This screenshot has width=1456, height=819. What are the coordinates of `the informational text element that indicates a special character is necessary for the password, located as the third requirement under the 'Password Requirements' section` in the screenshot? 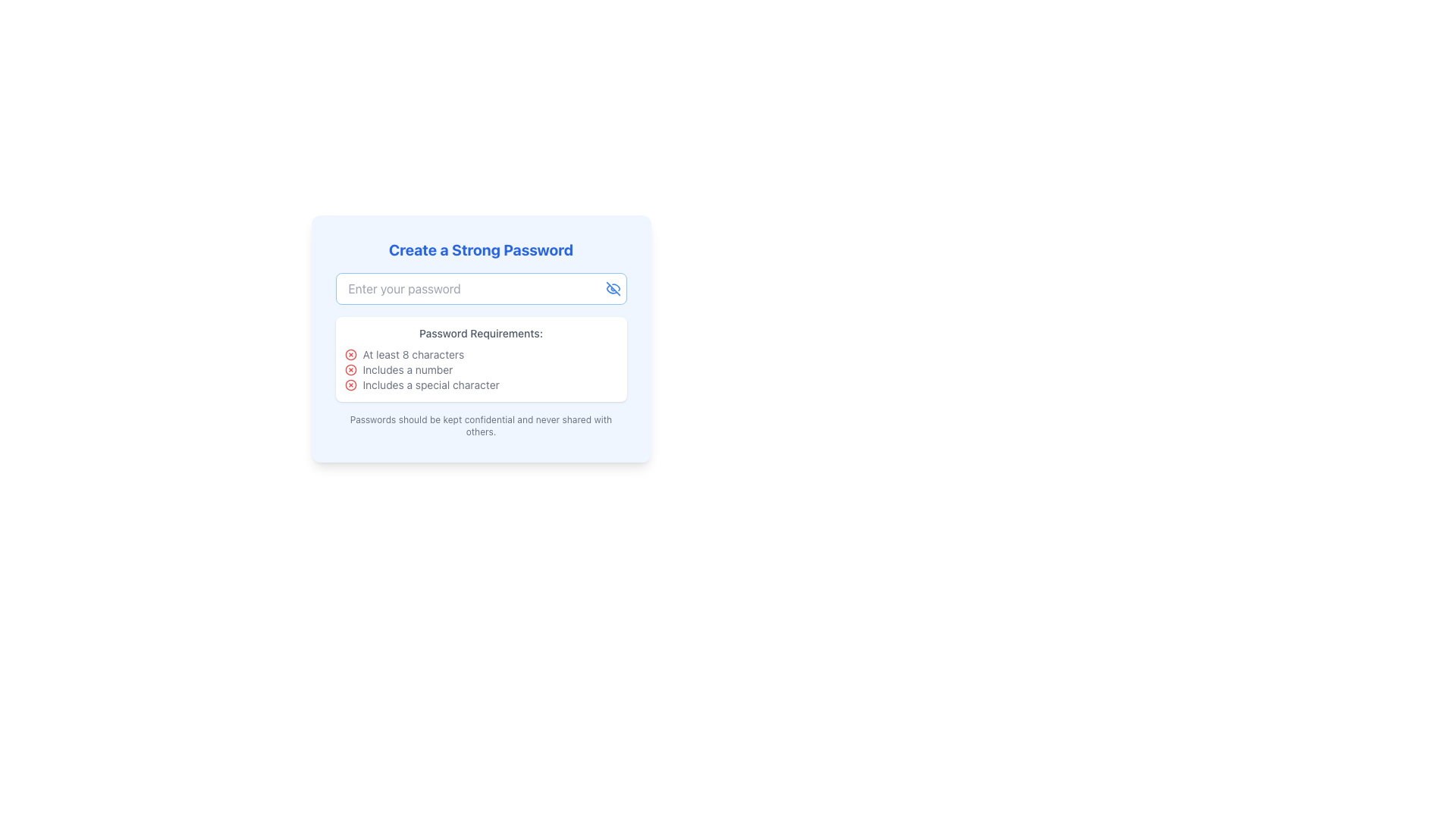 It's located at (480, 384).